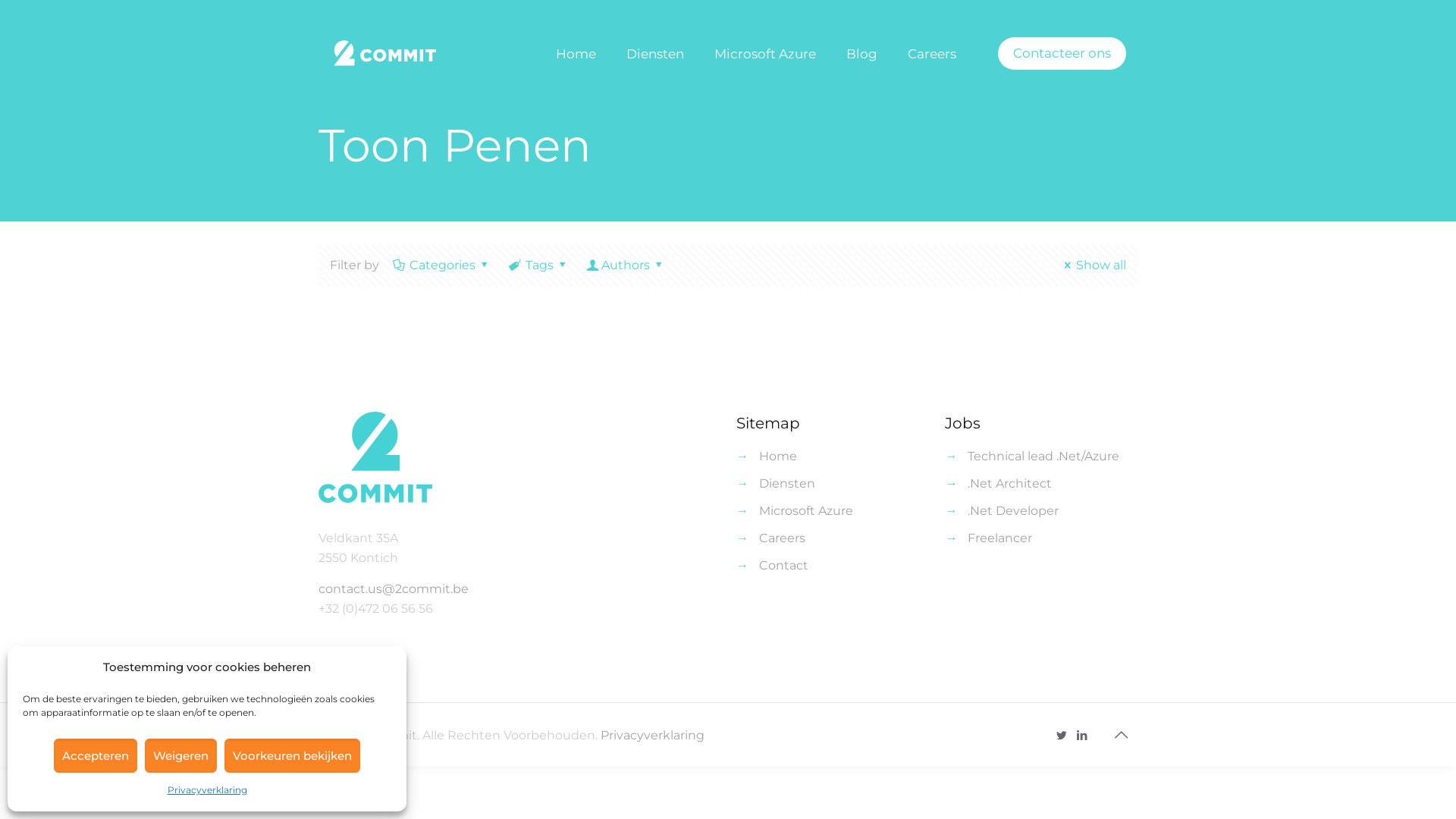 Image resolution: width=1456 pixels, height=819 pixels. What do you see at coordinates (539, 264) in the screenshot?
I see `'Tags'` at bounding box center [539, 264].